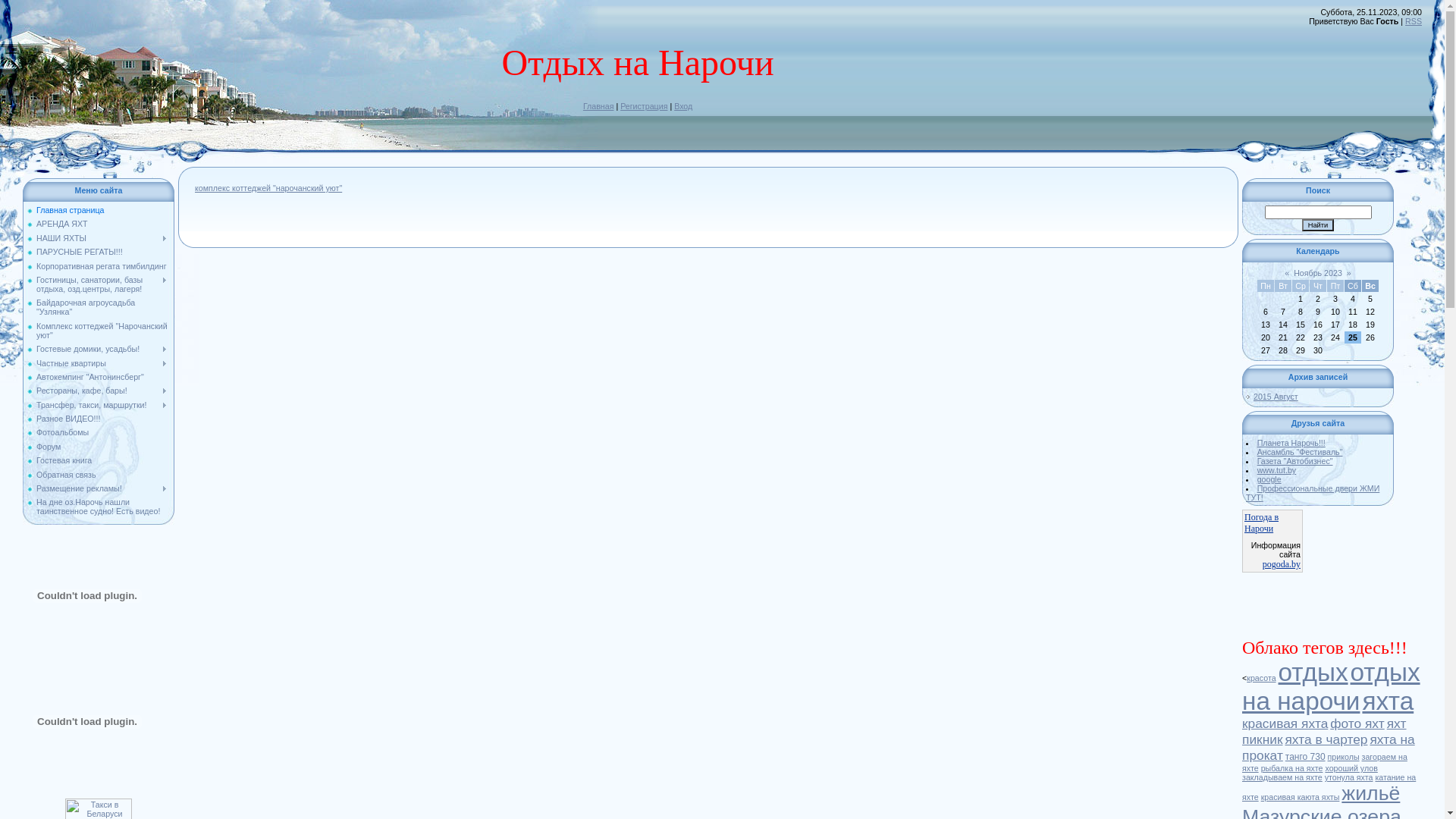  Describe the element at coordinates (1257, 479) in the screenshot. I see `'google'` at that location.